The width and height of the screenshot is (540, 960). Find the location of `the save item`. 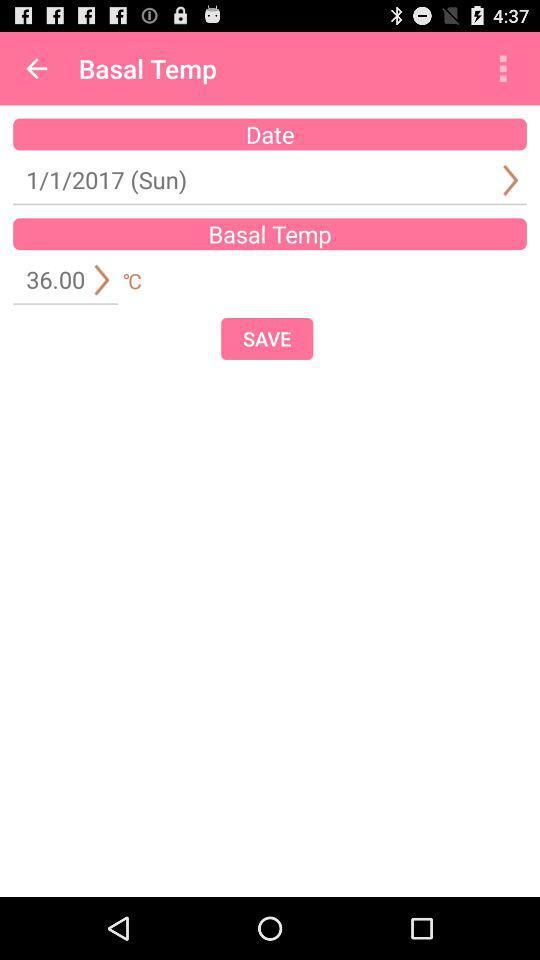

the save item is located at coordinates (267, 338).